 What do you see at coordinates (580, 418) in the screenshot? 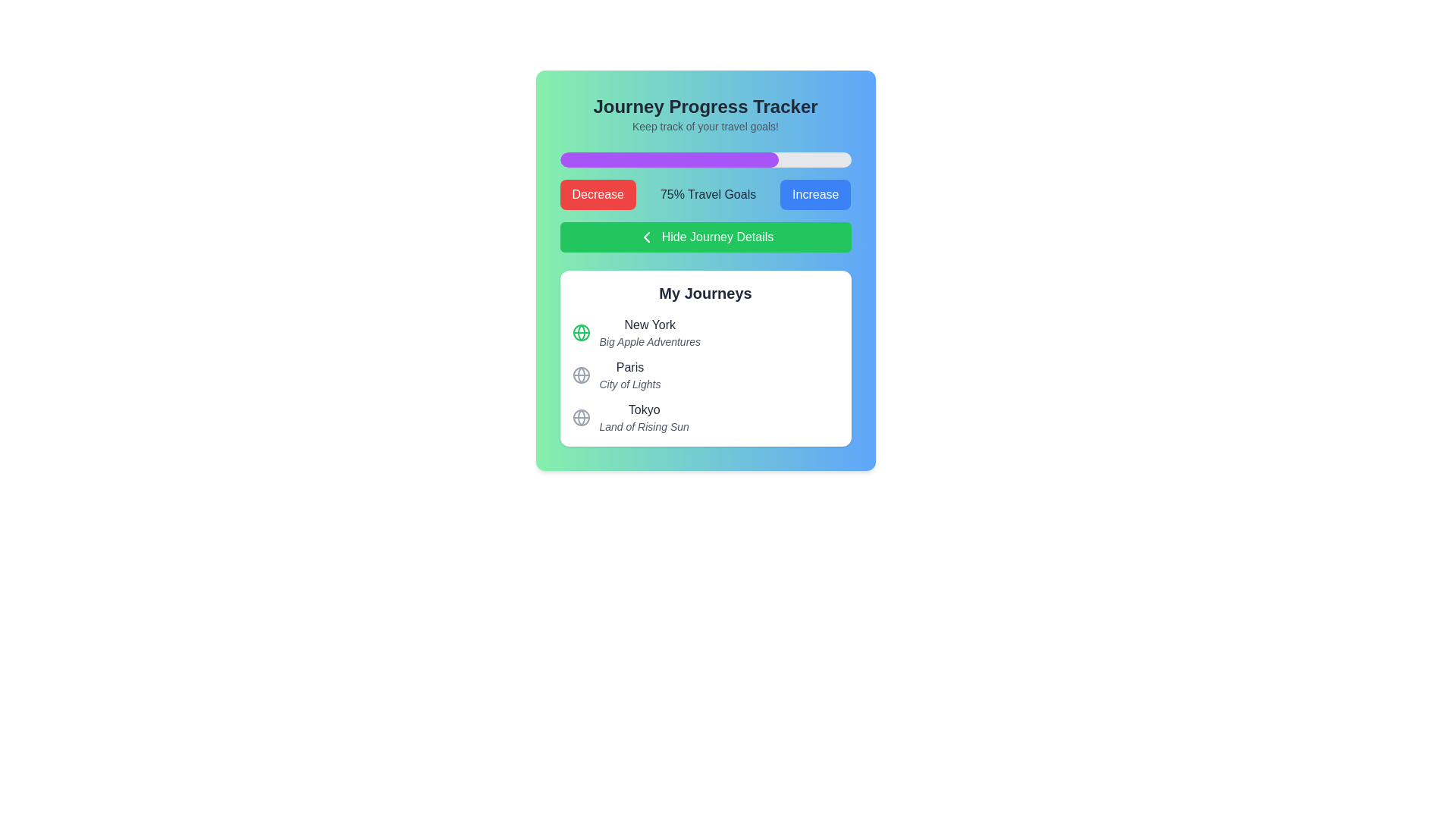
I see `the circular globe icon with a gray outline located to the left of the text 'Tokyo' in the 'My Journeys' section` at bounding box center [580, 418].